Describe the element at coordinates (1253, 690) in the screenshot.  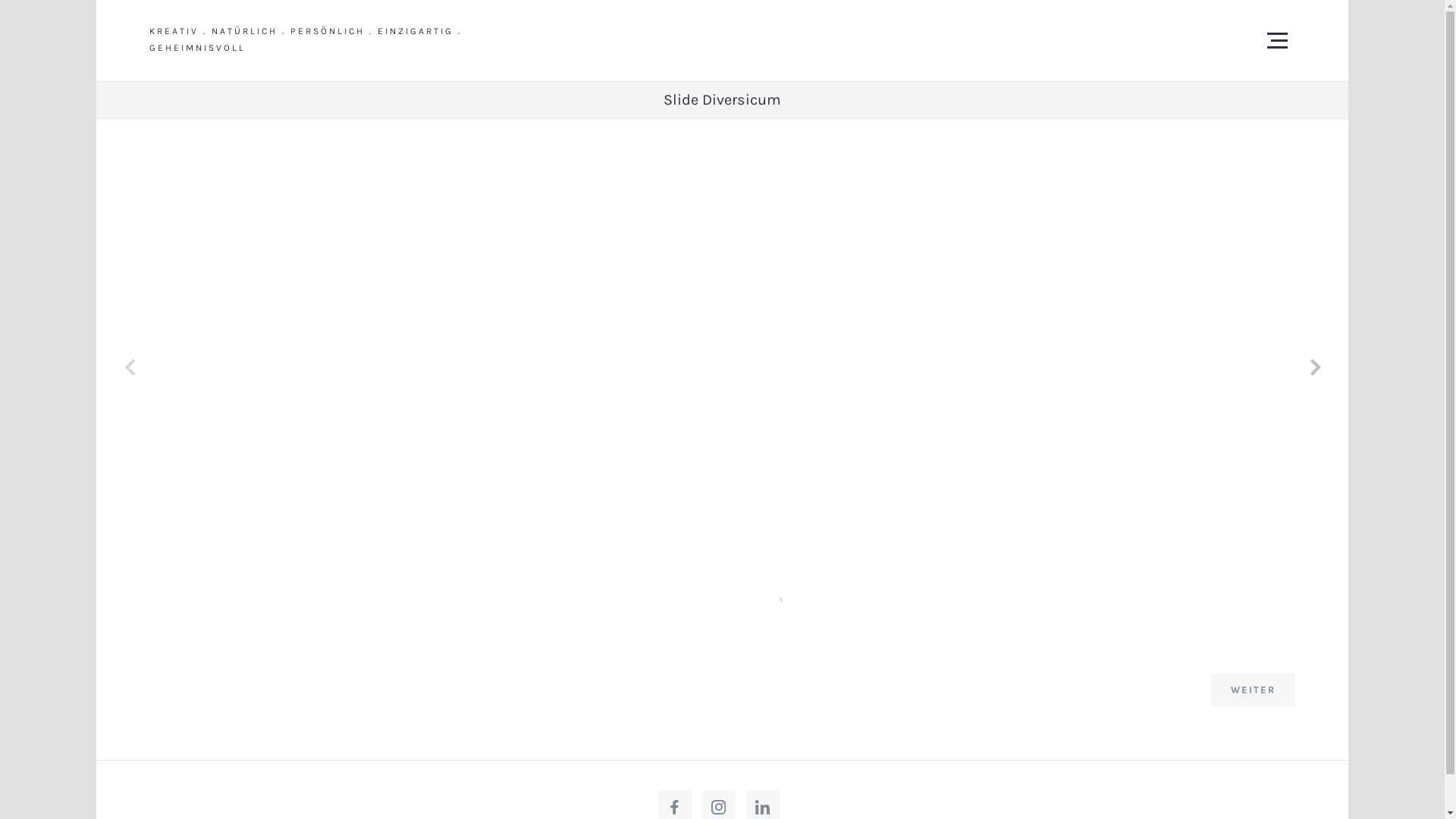
I see `'WEITER'` at that location.